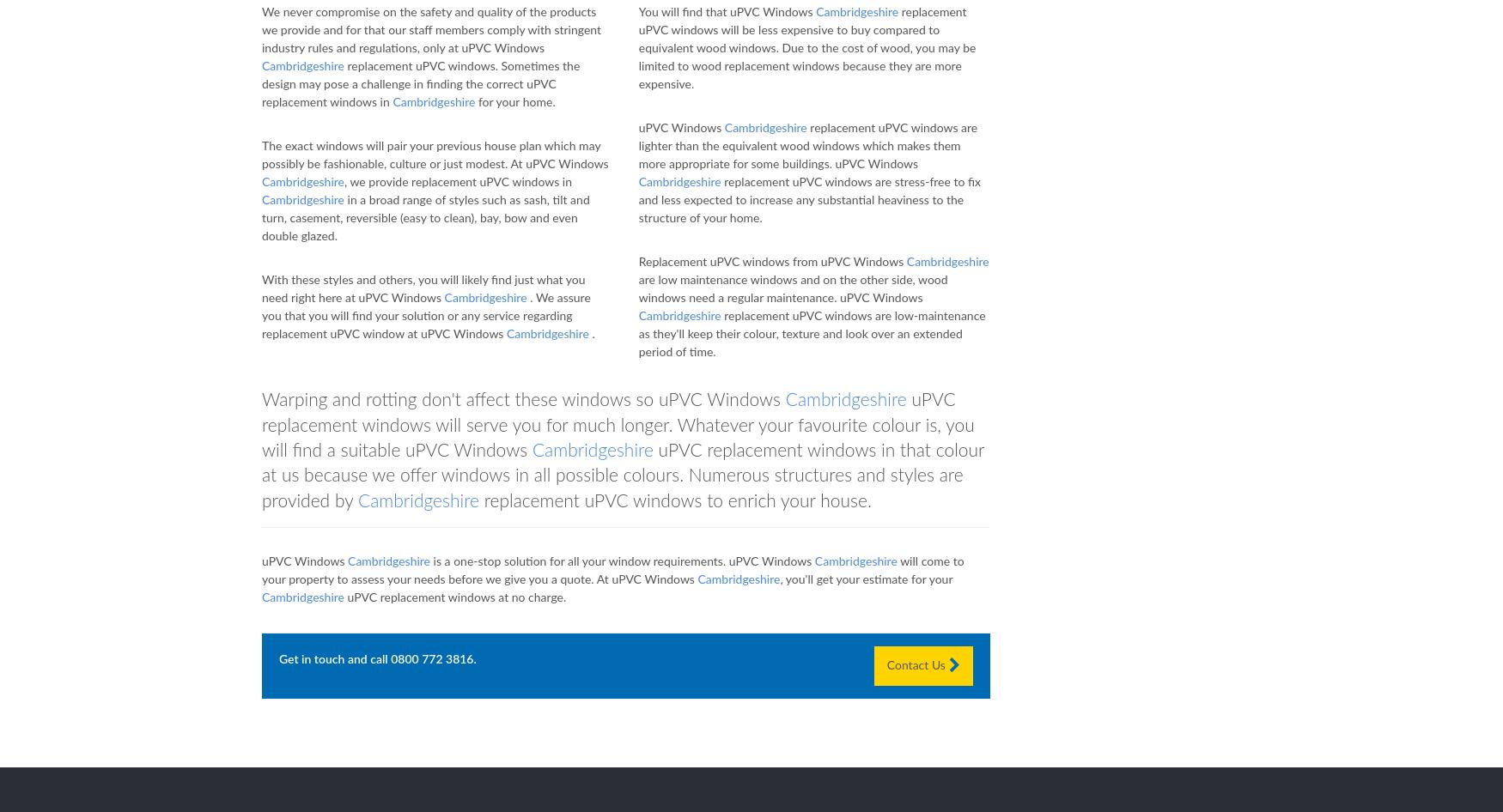 This screenshot has width=1503, height=812. I want to click on 'will come to your property to assess your needs before we give you a quote. At uPVC Windows', so click(612, 571).